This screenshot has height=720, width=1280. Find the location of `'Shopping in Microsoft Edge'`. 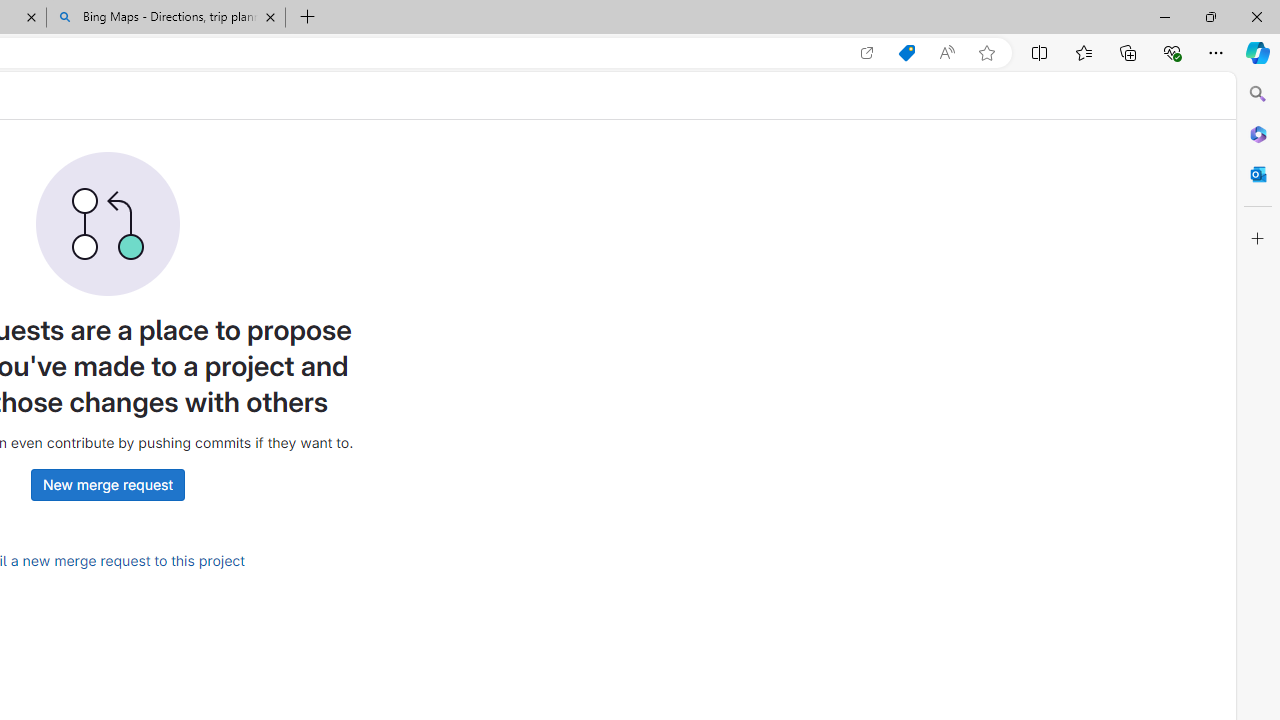

'Shopping in Microsoft Edge' is located at coordinates (905, 52).